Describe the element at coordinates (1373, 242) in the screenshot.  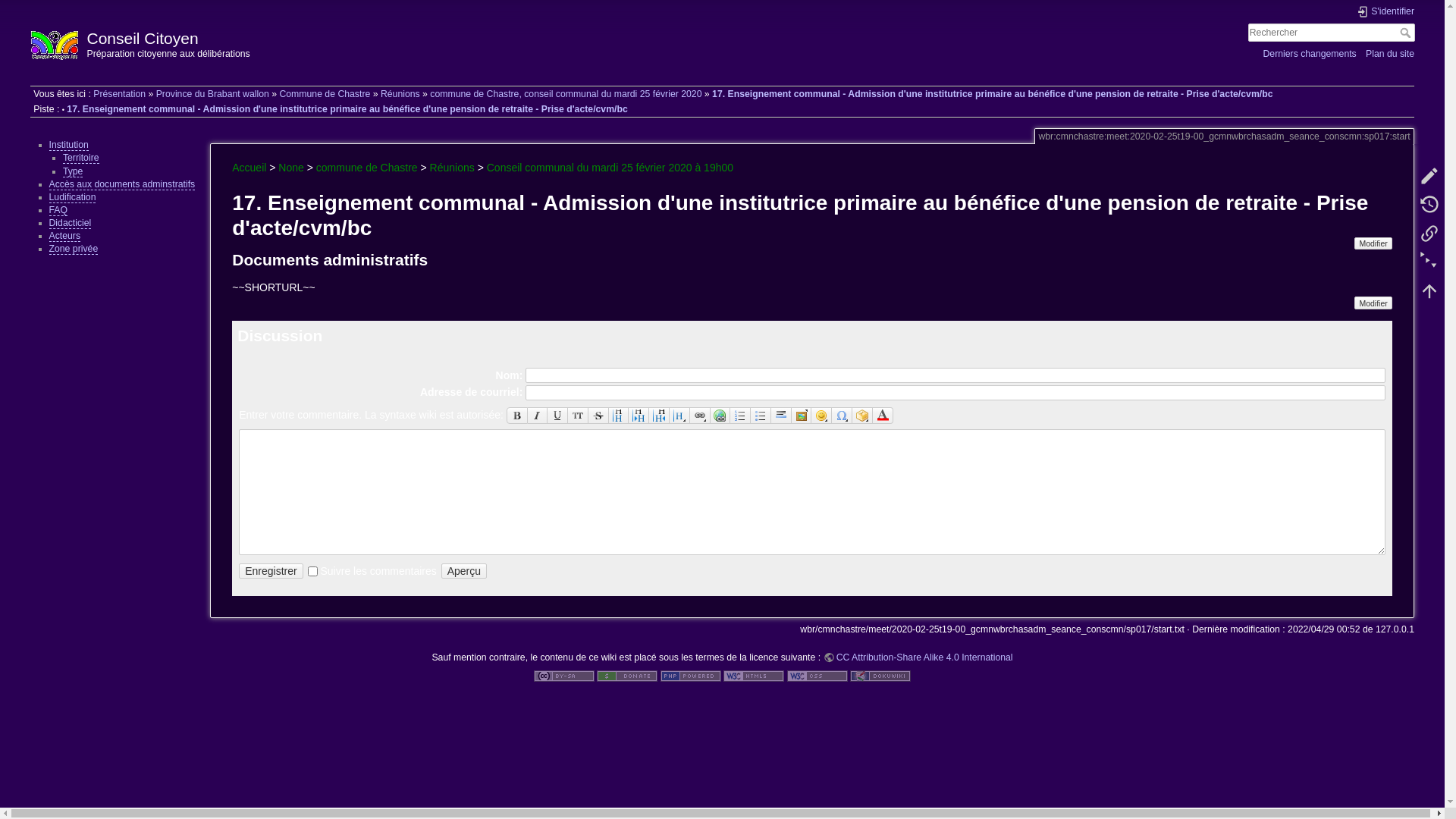
I see `'Modifier'` at that location.